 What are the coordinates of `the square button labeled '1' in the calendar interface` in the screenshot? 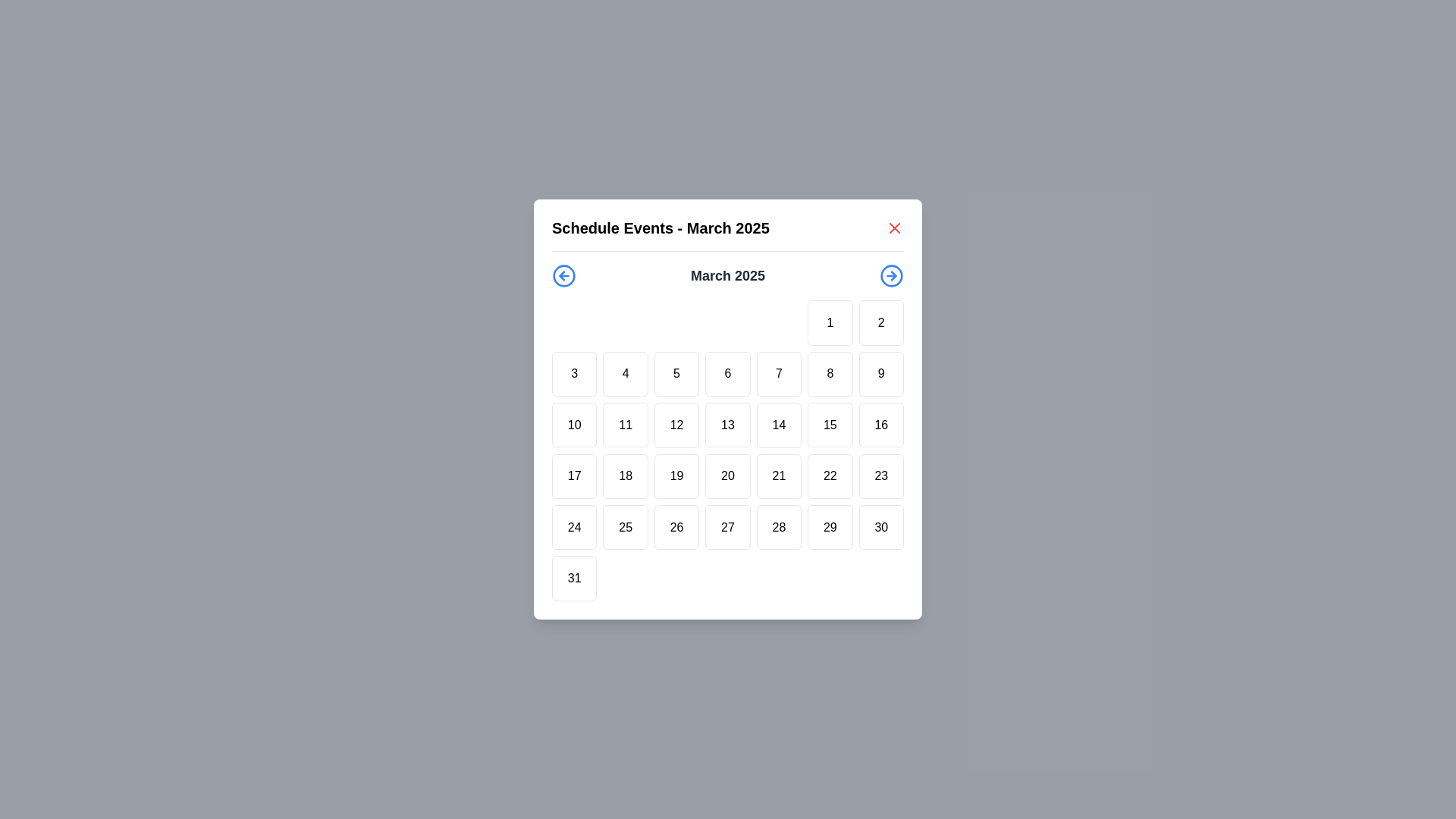 It's located at (829, 322).